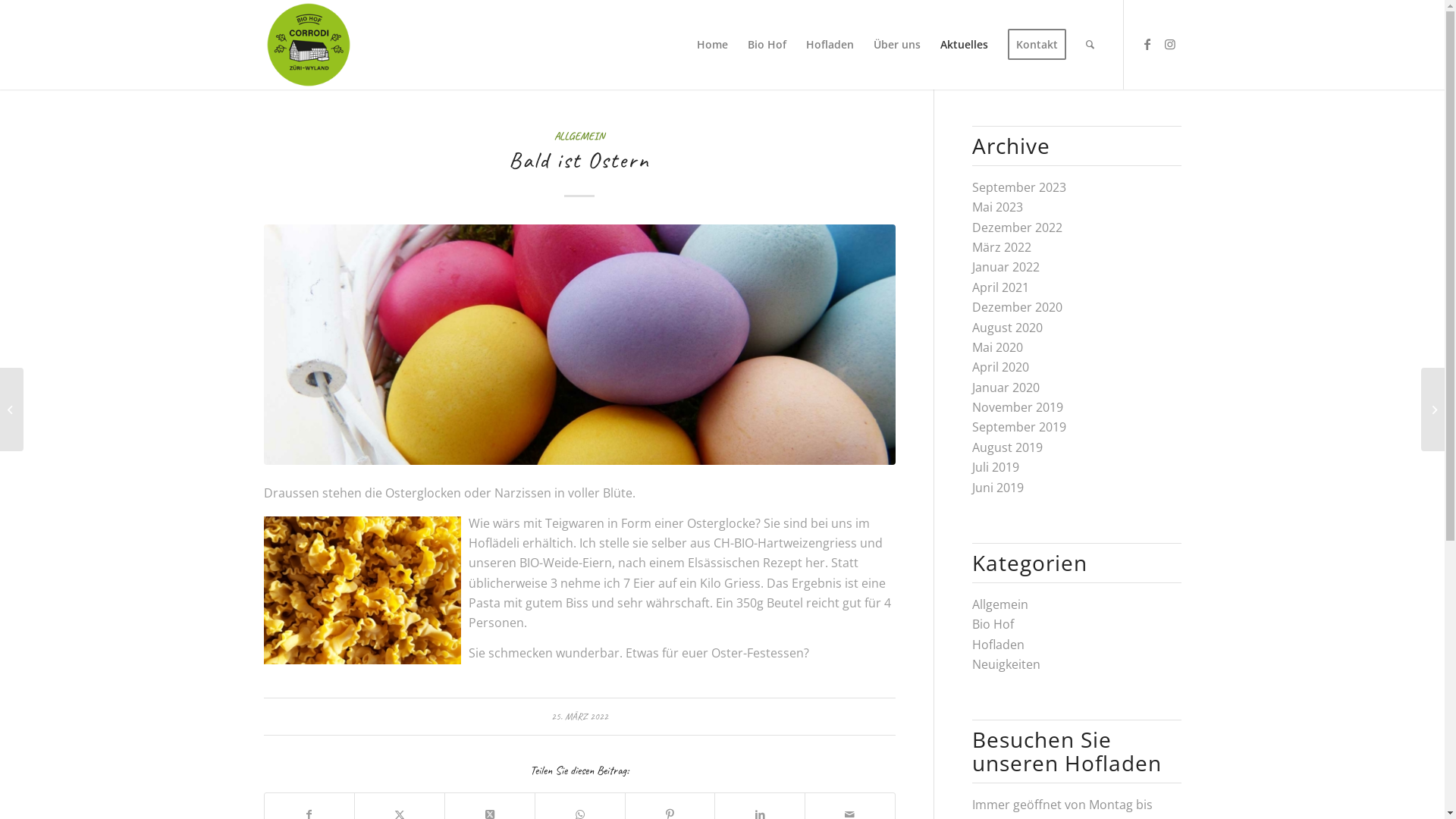 The image size is (1456, 819). What do you see at coordinates (829, 43) in the screenshot?
I see `'Hofladen'` at bounding box center [829, 43].